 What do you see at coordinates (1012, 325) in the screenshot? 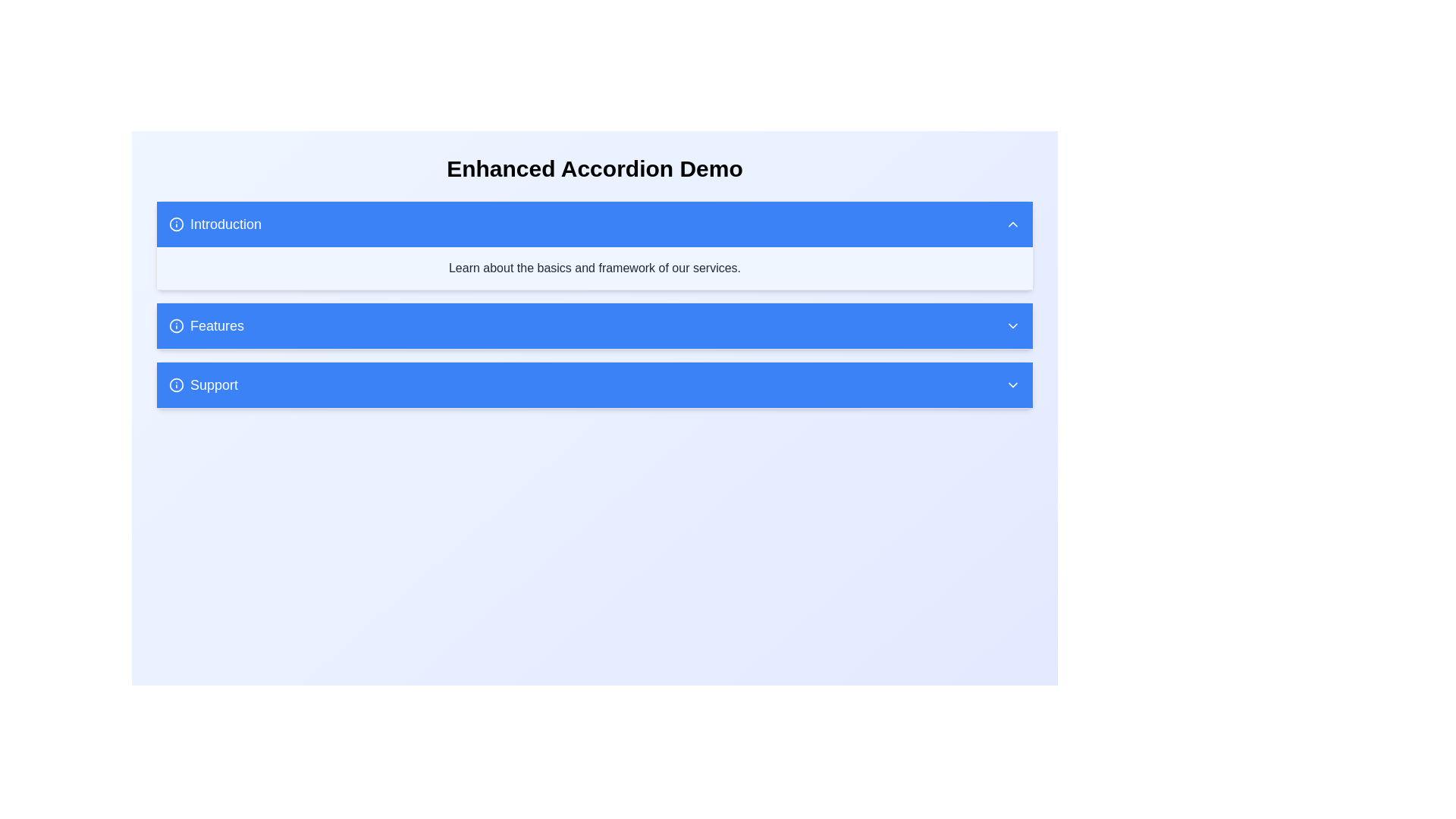
I see `the chevron icon located at the far right of the 'Features' section` at bounding box center [1012, 325].